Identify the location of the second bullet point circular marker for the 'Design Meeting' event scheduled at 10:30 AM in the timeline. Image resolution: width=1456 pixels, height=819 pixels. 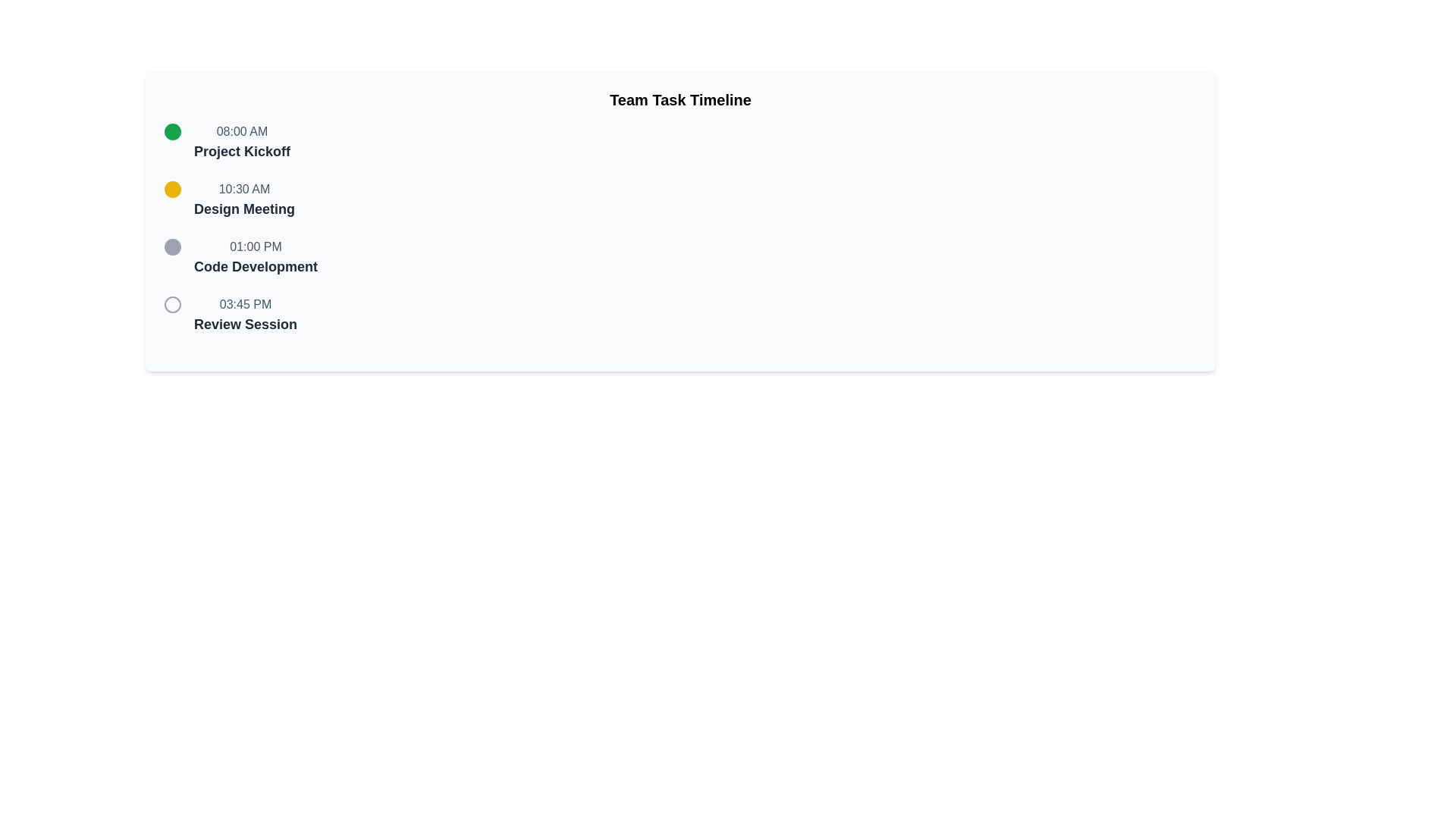
(172, 189).